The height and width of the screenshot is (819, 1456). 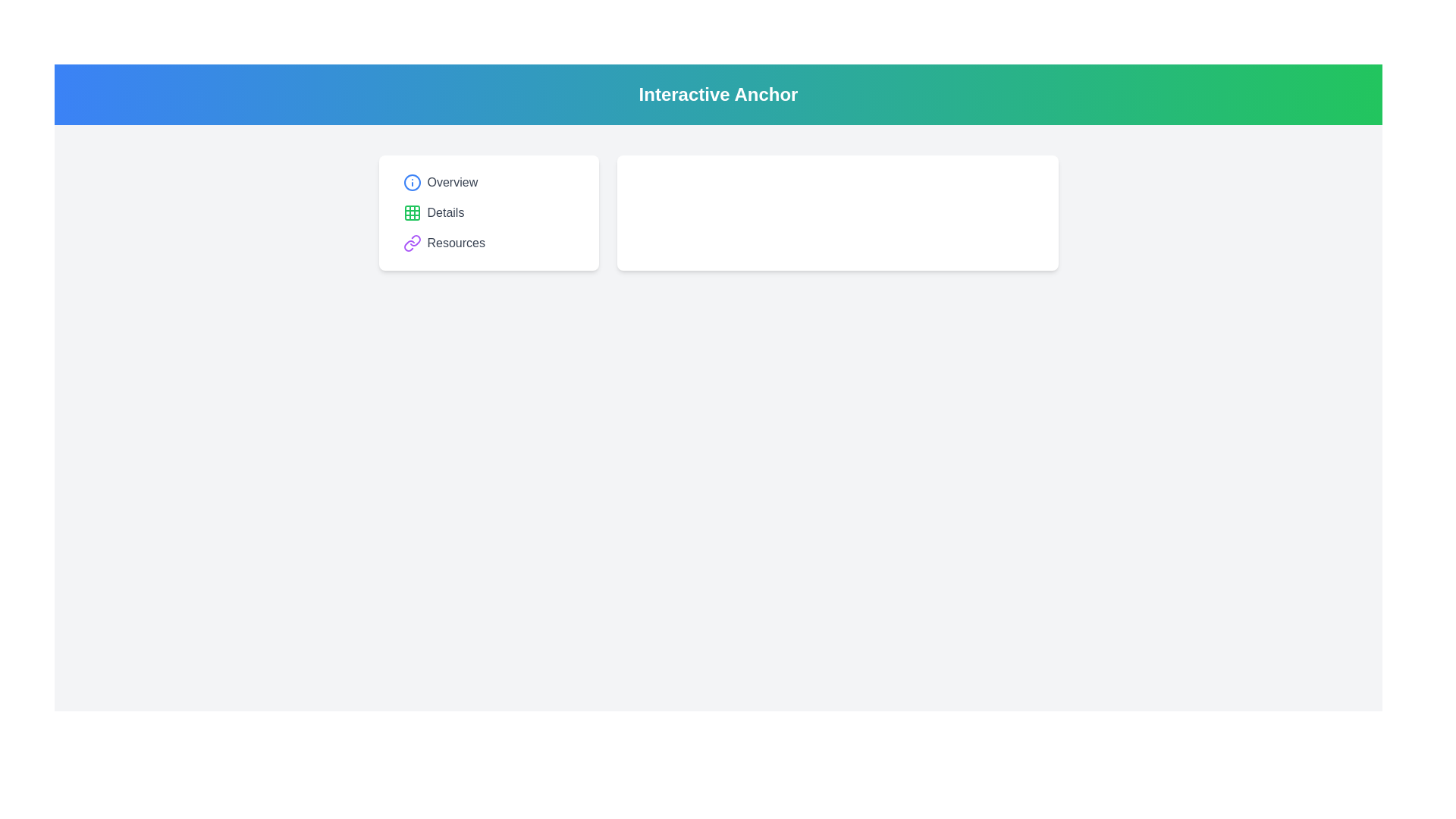 I want to click on the third button in the vertical list, which directs users to the Resources section of the application, so click(x=488, y=242).